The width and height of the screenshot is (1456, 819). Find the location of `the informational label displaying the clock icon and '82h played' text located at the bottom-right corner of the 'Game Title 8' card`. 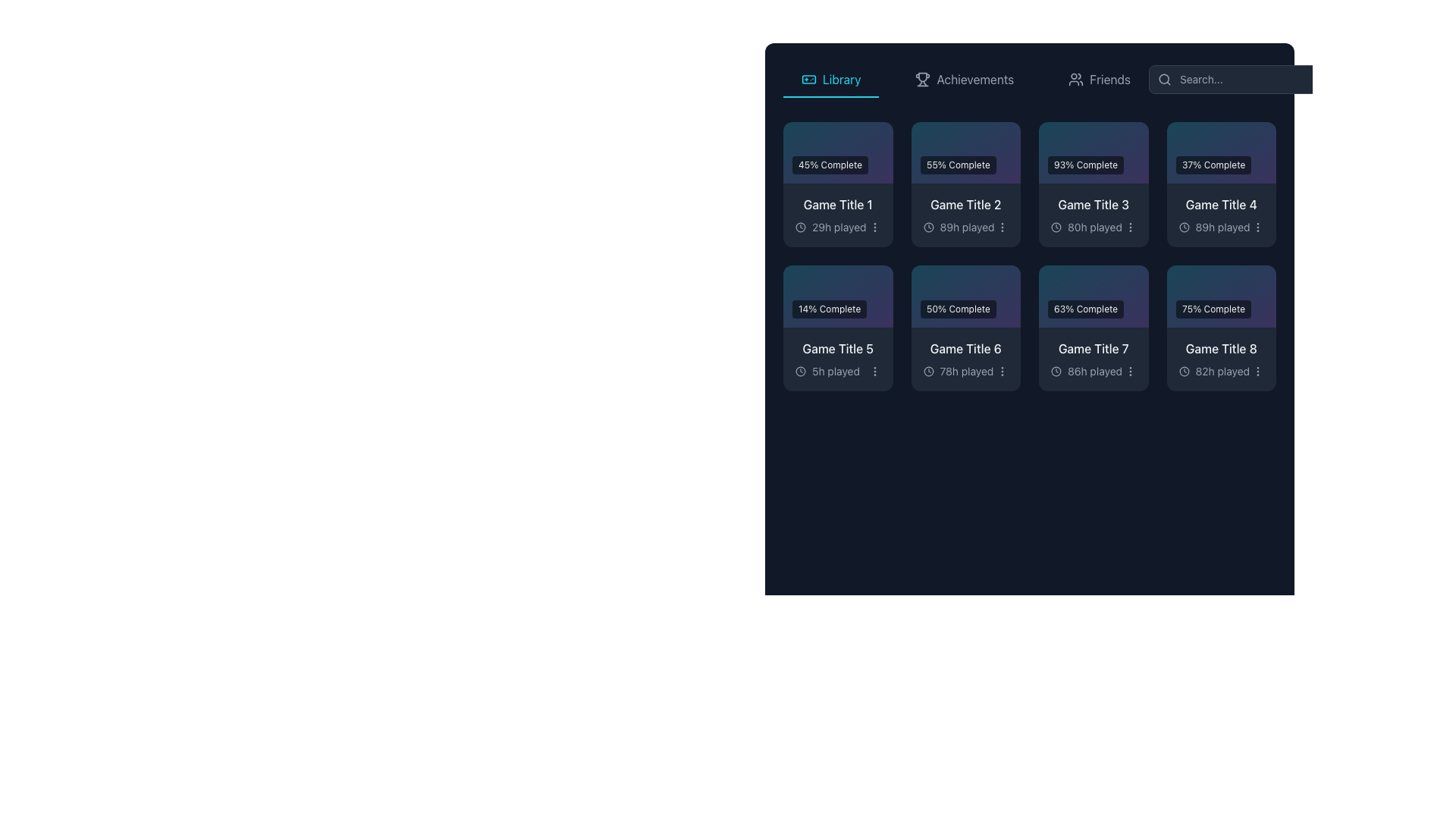

the informational label displaying the clock icon and '82h played' text located at the bottom-right corner of the 'Game Title 8' card is located at coordinates (1214, 371).